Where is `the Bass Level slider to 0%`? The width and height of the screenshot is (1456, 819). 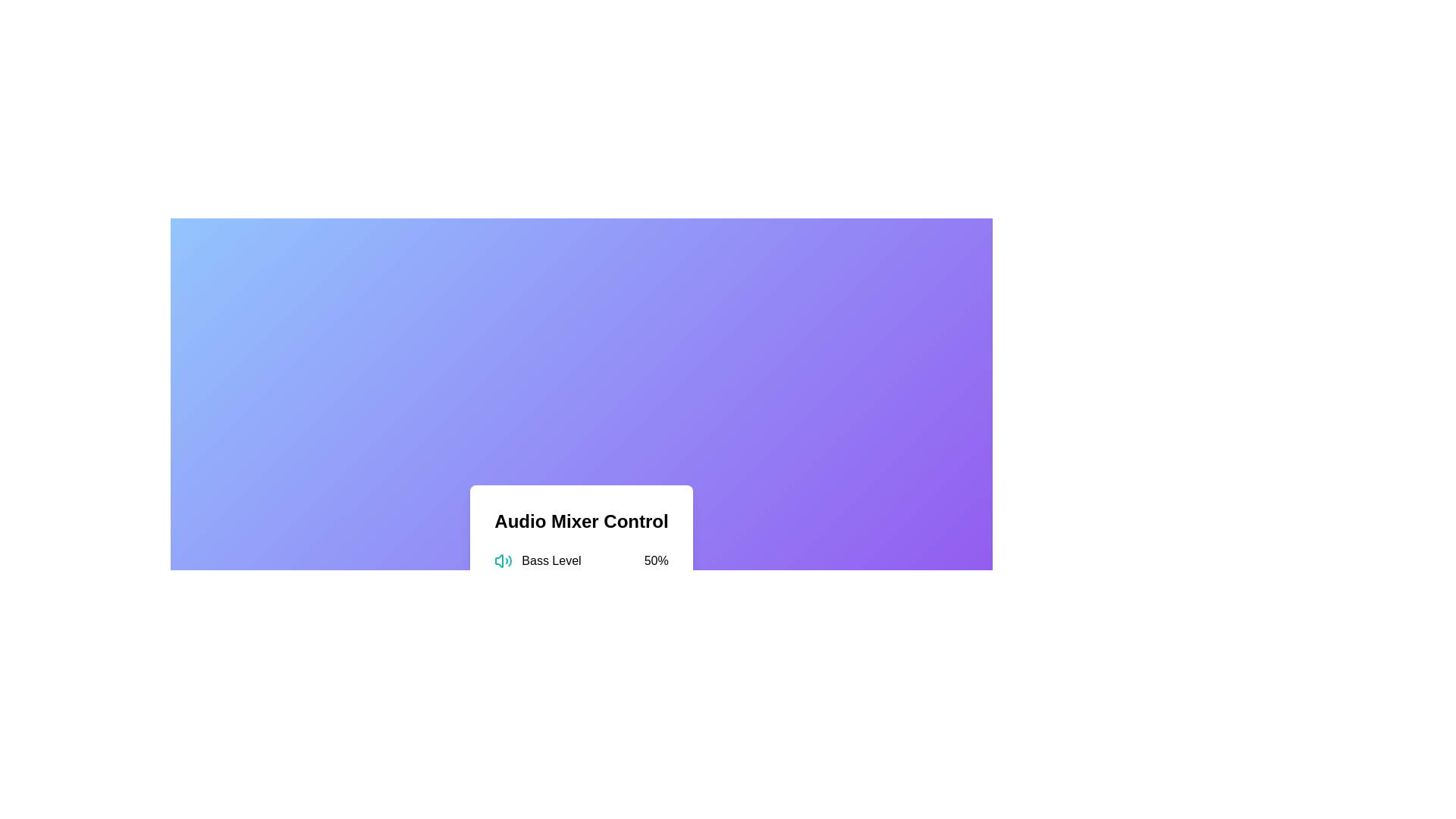
the Bass Level slider to 0% is located at coordinates (494, 579).